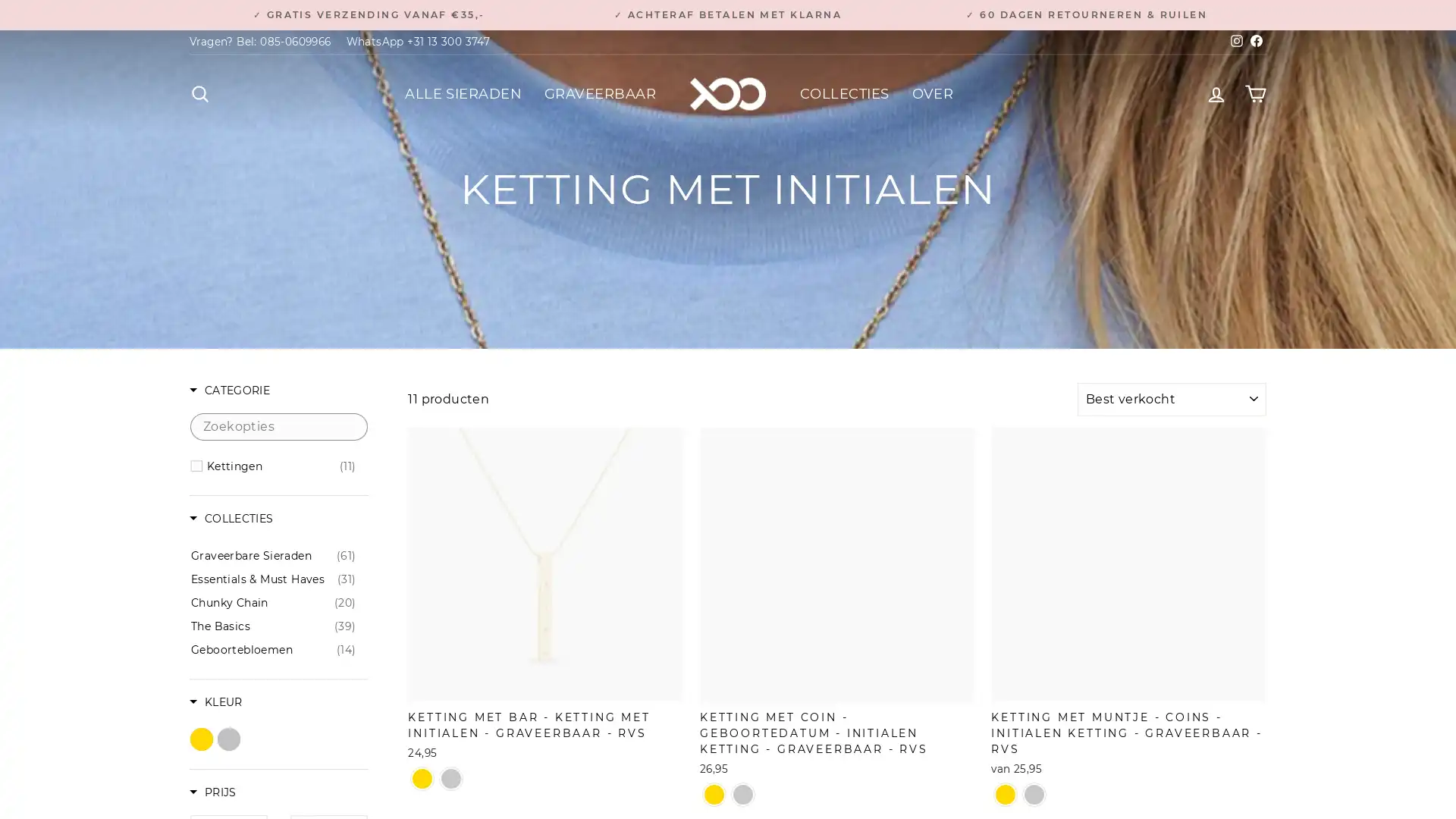 The height and width of the screenshot is (819, 1456). I want to click on Filter by Categorie, so click(228, 391).